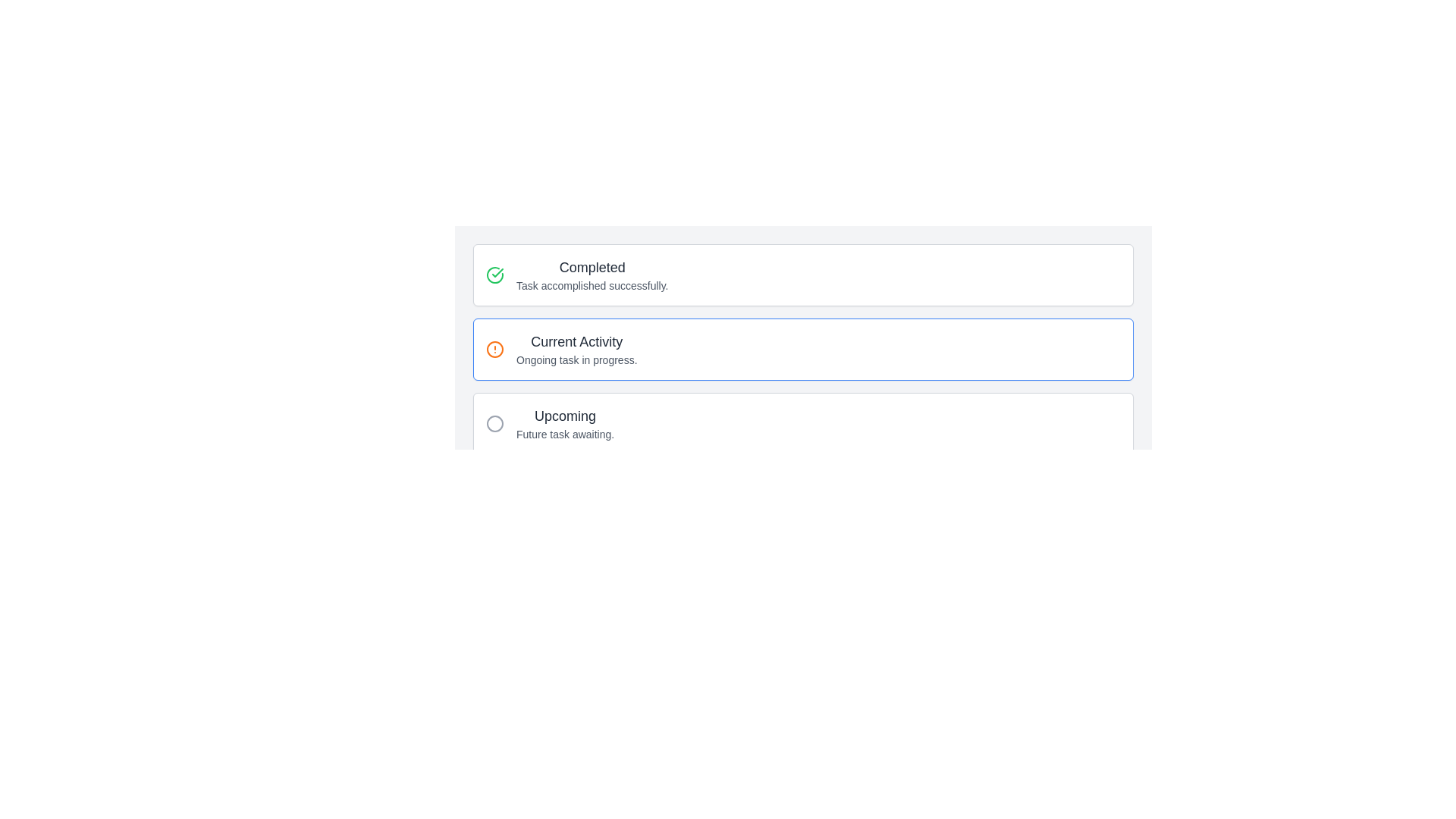  What do you see at coordinates (576, 359) in the screenshot?
I see `the text element that displays 'Ongoing task in progress.' located beneath the title 'Current Activity'` at bounding box center [576, 359].